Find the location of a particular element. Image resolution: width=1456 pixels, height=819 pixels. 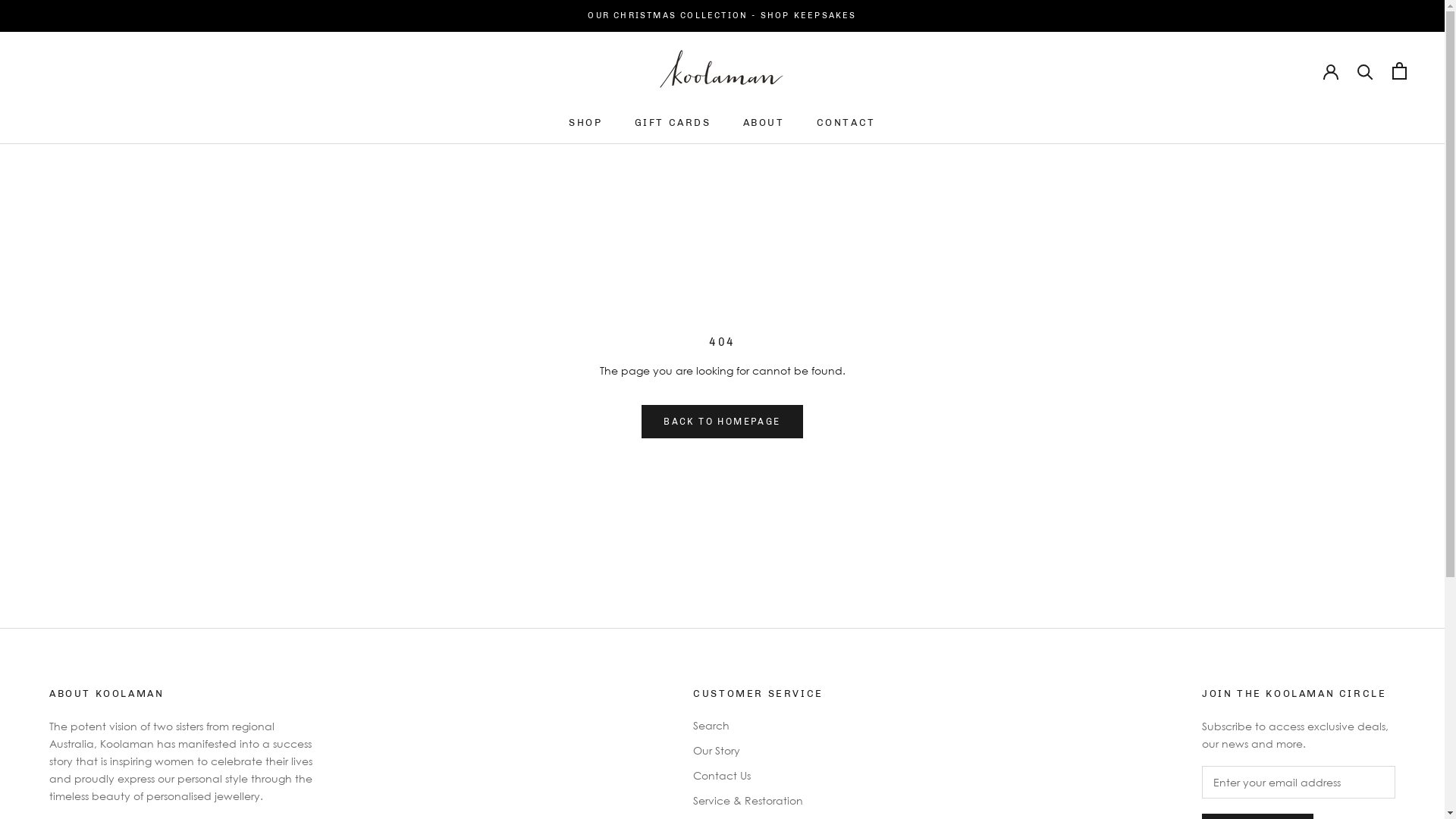

'ABOUT is located at coordinates (742, 121).